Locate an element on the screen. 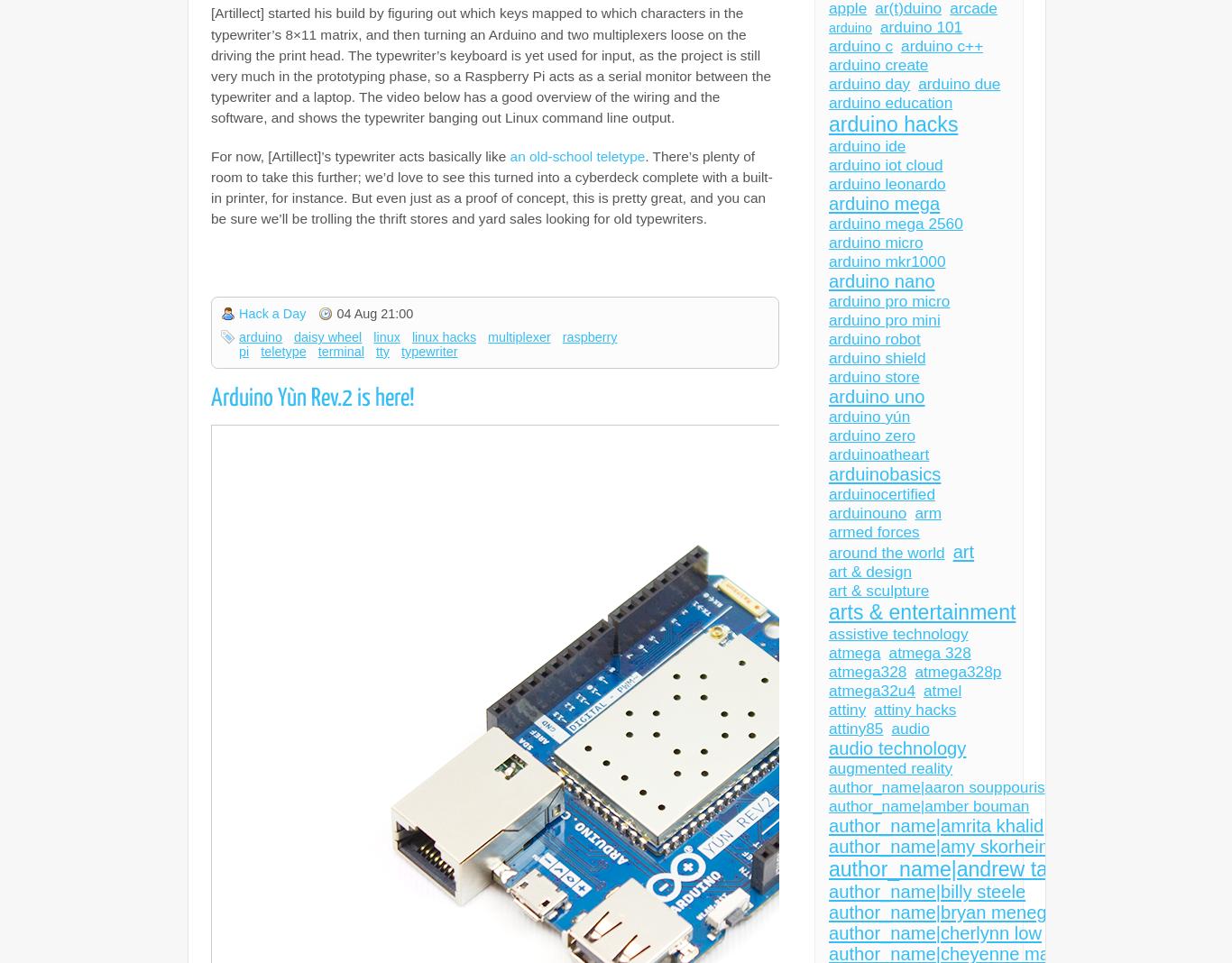  'daisy wheel' is located at coordinates (326, 336).